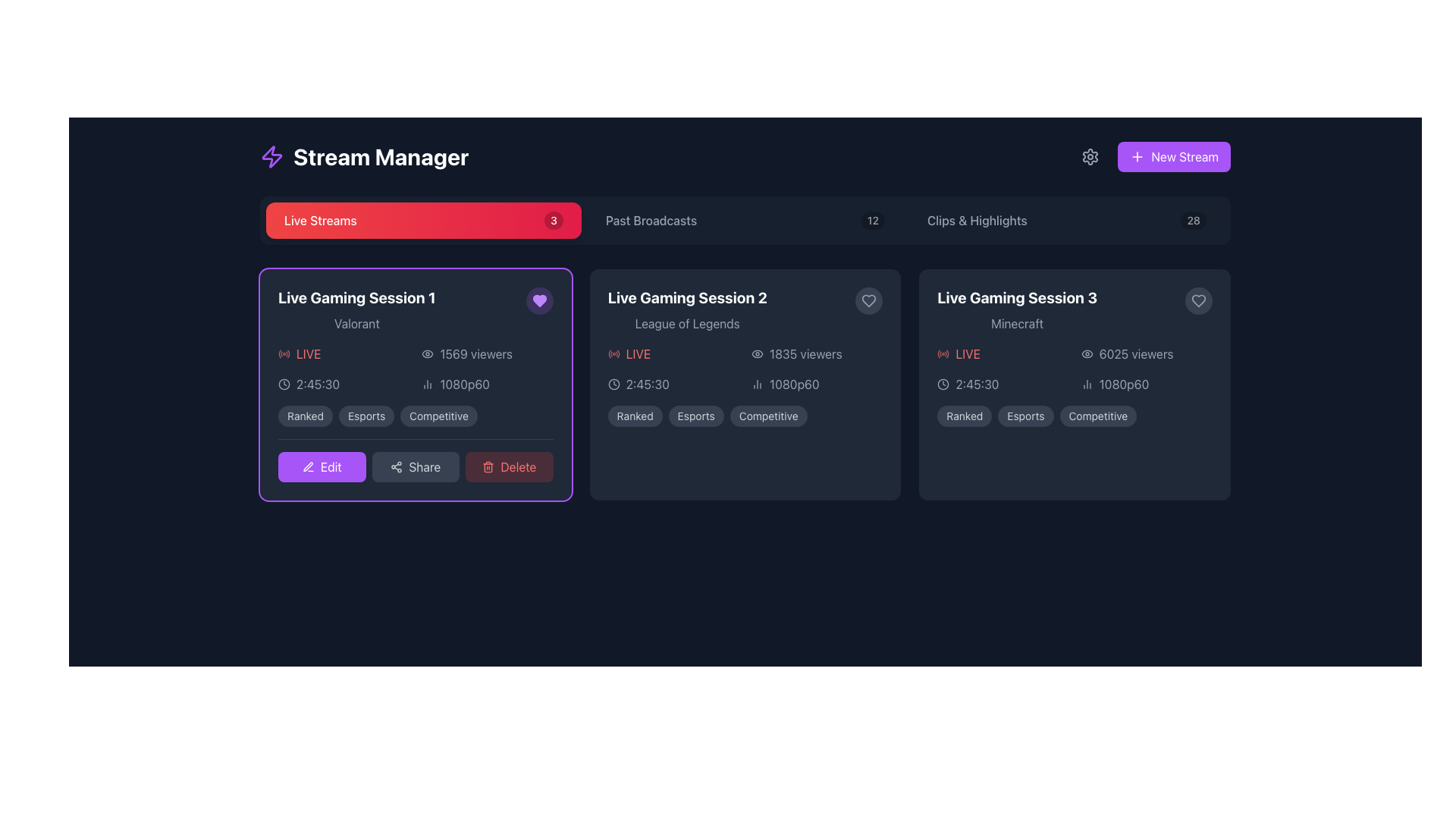 This screenshot has width=1456, height=819. Describe the element at coordinates (397, 466) in the screenshot. I see `the interconnected nodes icon within the 'Share' button, which is styled with a gray background and rounded corners, located in the panel for 'Live Gaming Session 1'` at that location.